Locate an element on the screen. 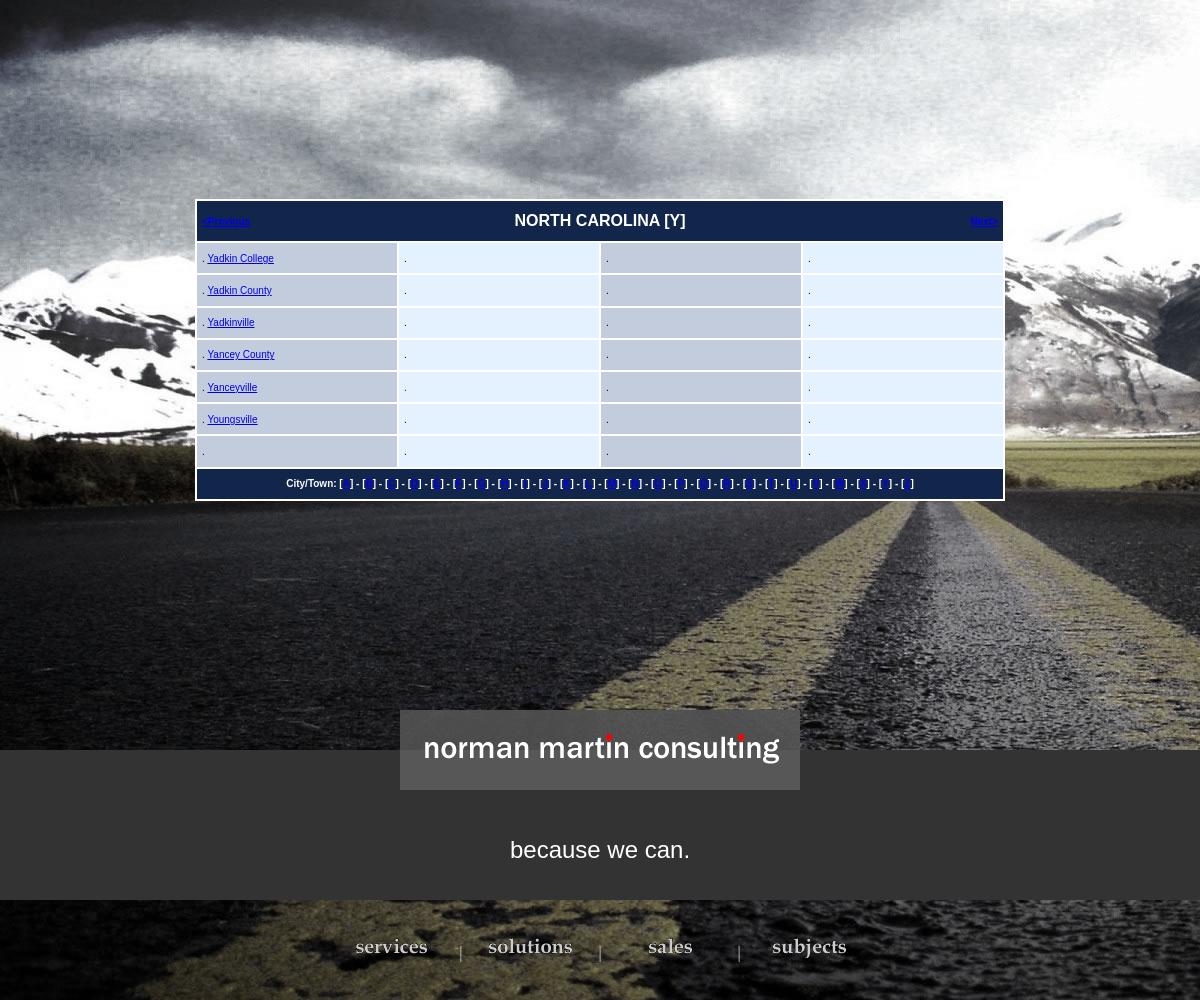  'Youngsville' is located at coordinates (230, 418).